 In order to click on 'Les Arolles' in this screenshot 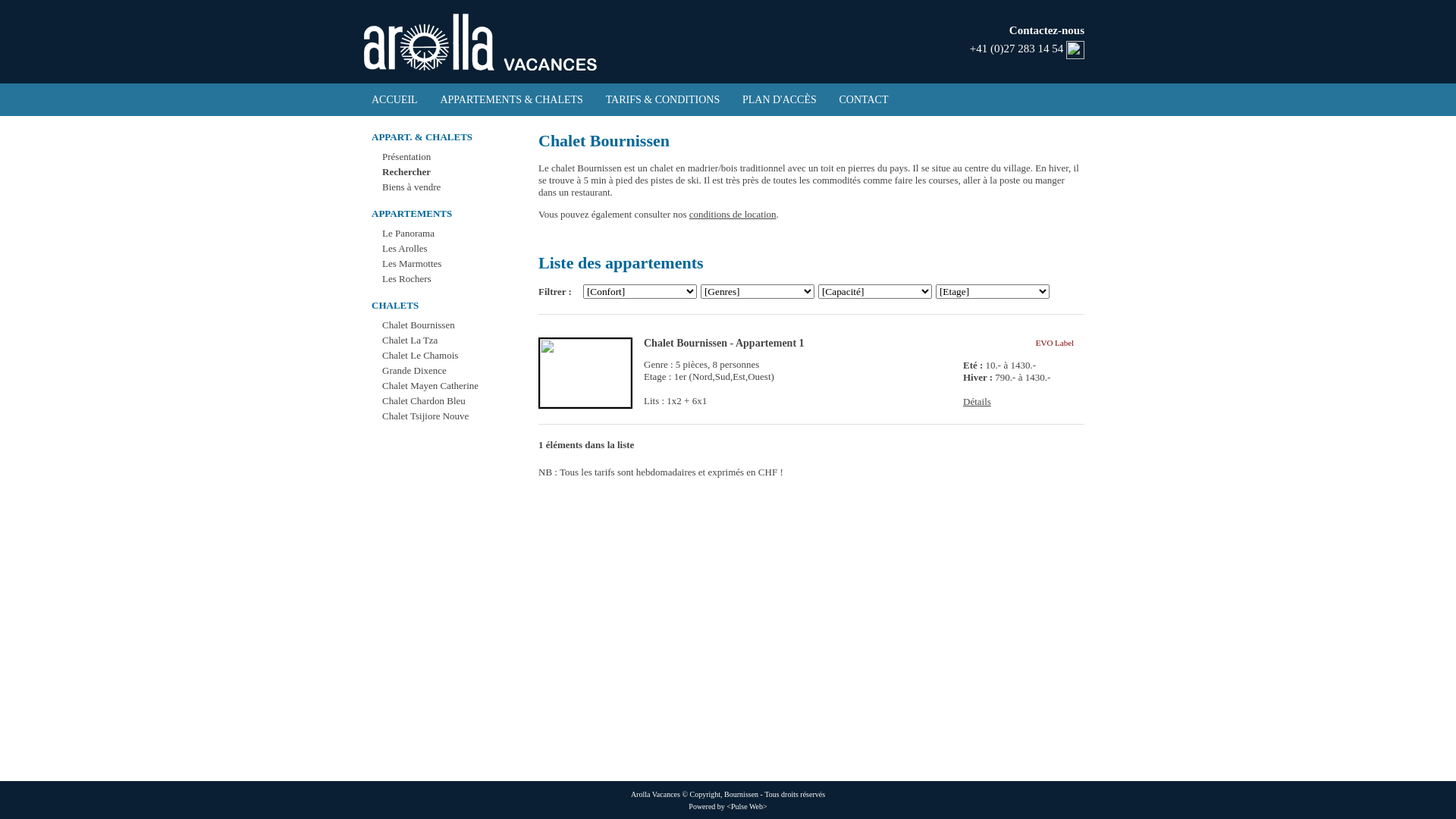, I will do `click(382, 247)`.